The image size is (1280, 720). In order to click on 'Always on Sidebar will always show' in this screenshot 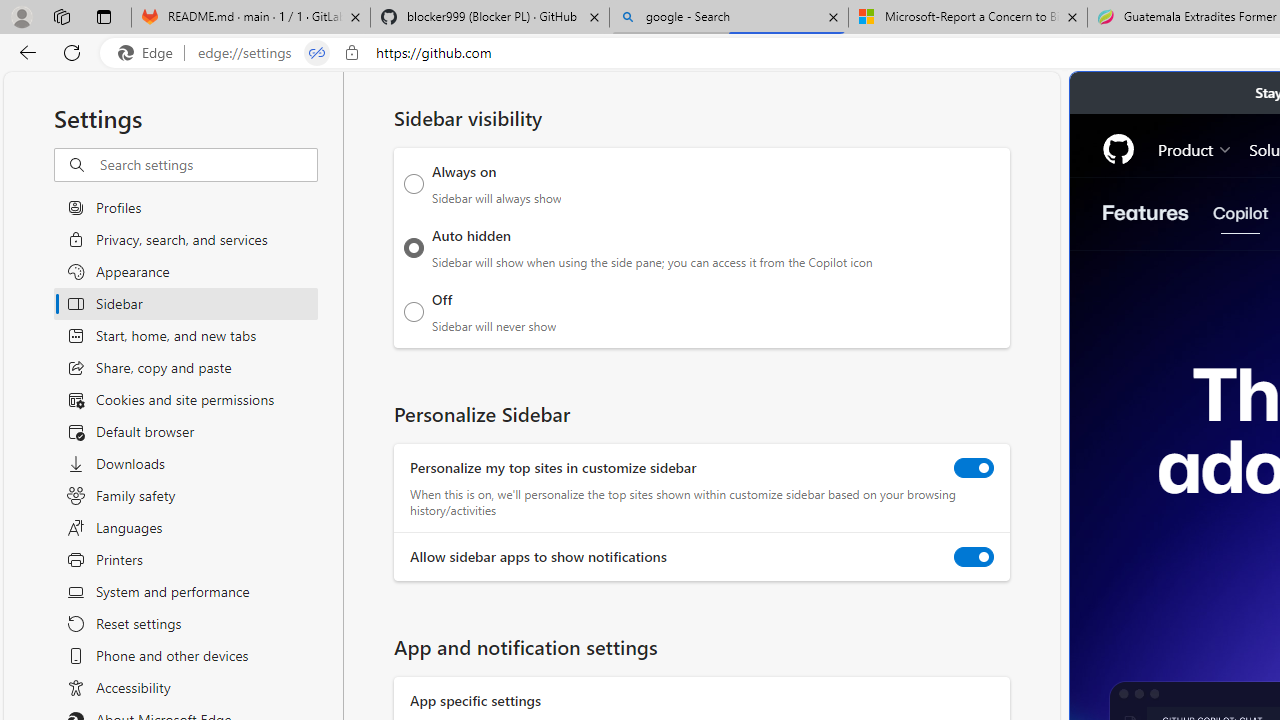, I will do `click(413, 183)`.